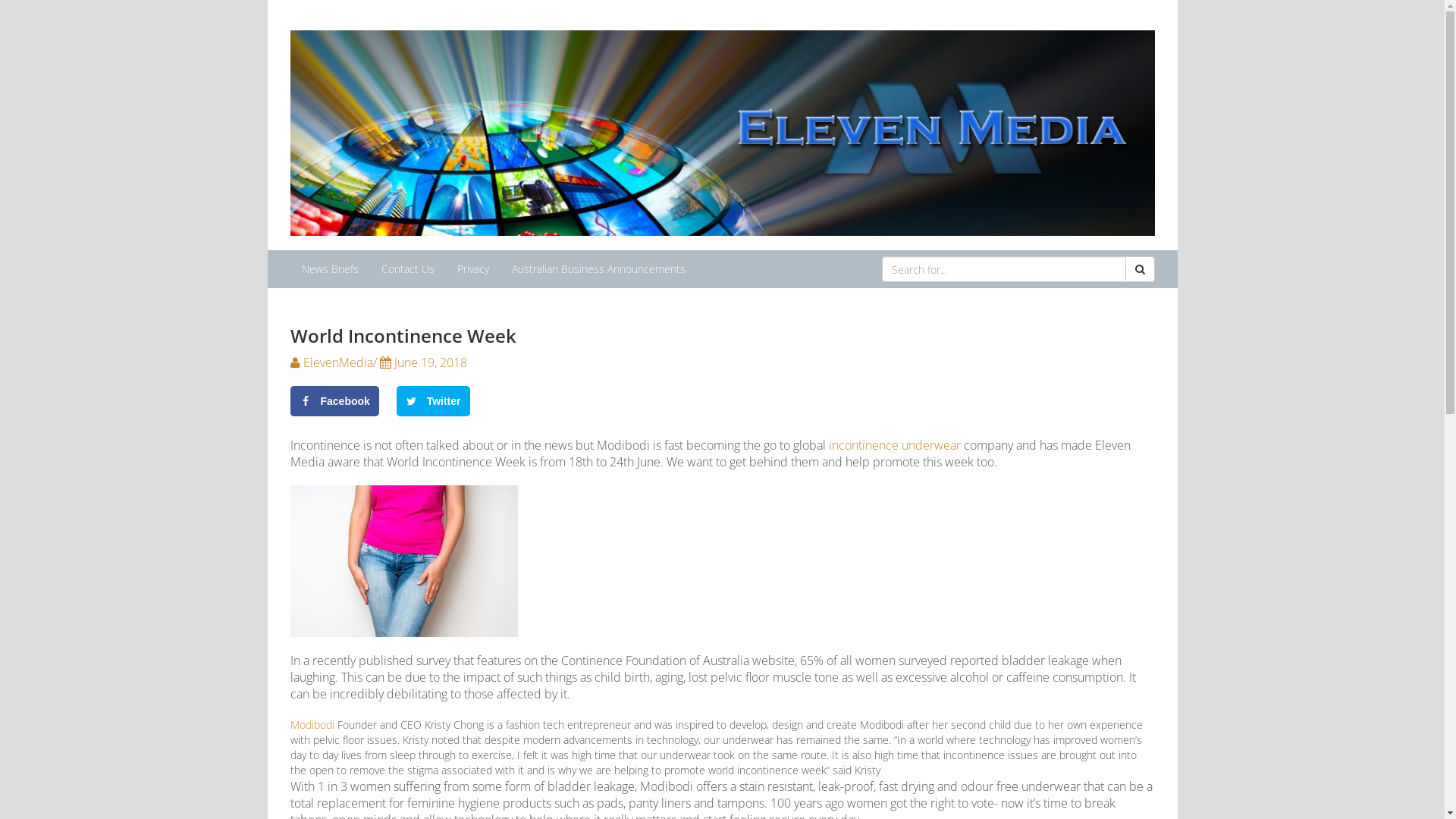  What do you see at coordinates (397, 400) in the screenshot?
I see `'Twitter'` at bounding box center [397, 400].